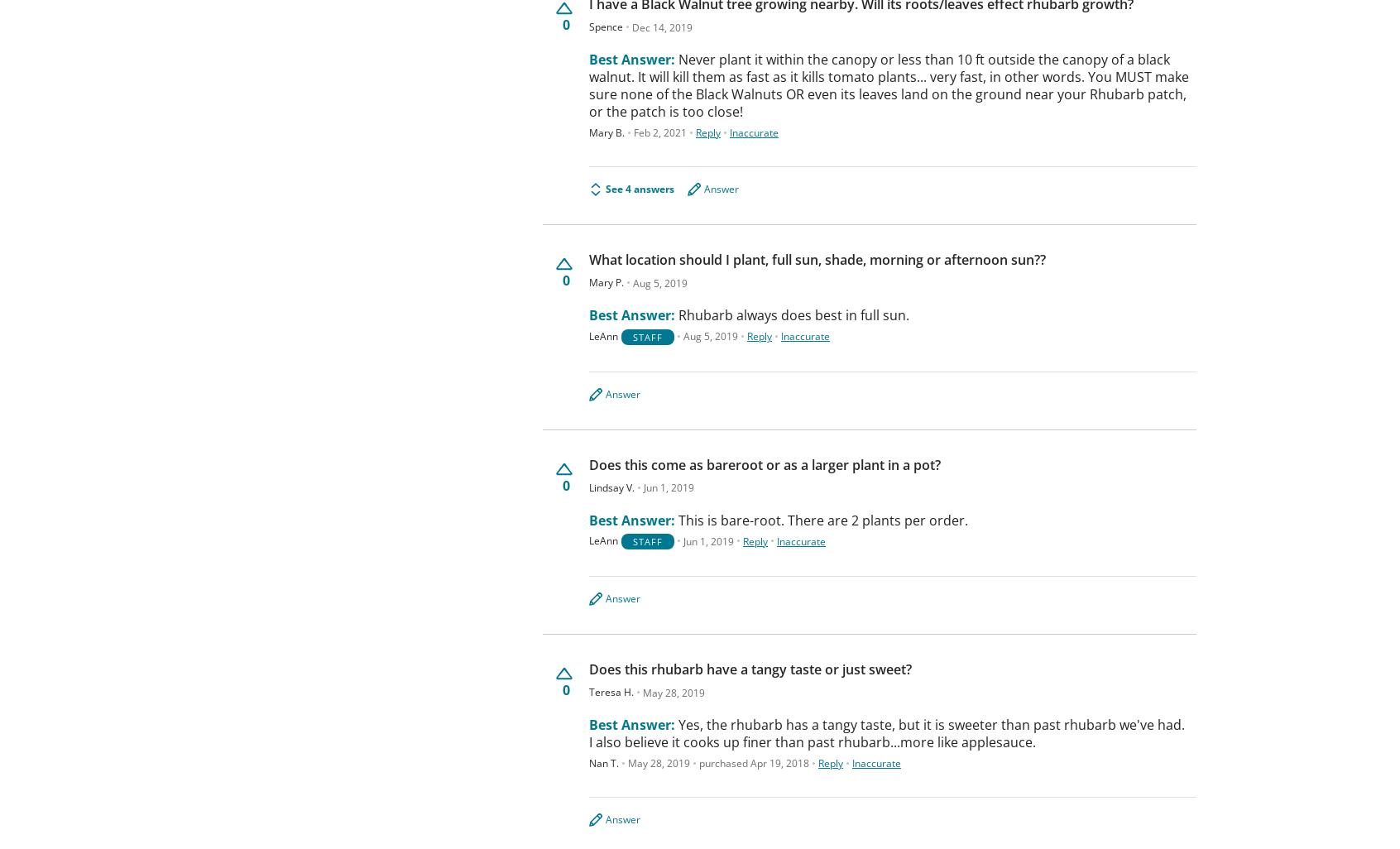 This screenshot has width=1400, height=849. What do you see at coordinates (750, 669) in the screenshot?
I see `'Does this rhubarb have a tangy taste or just sweet?'` at bounding box center [750, 669].